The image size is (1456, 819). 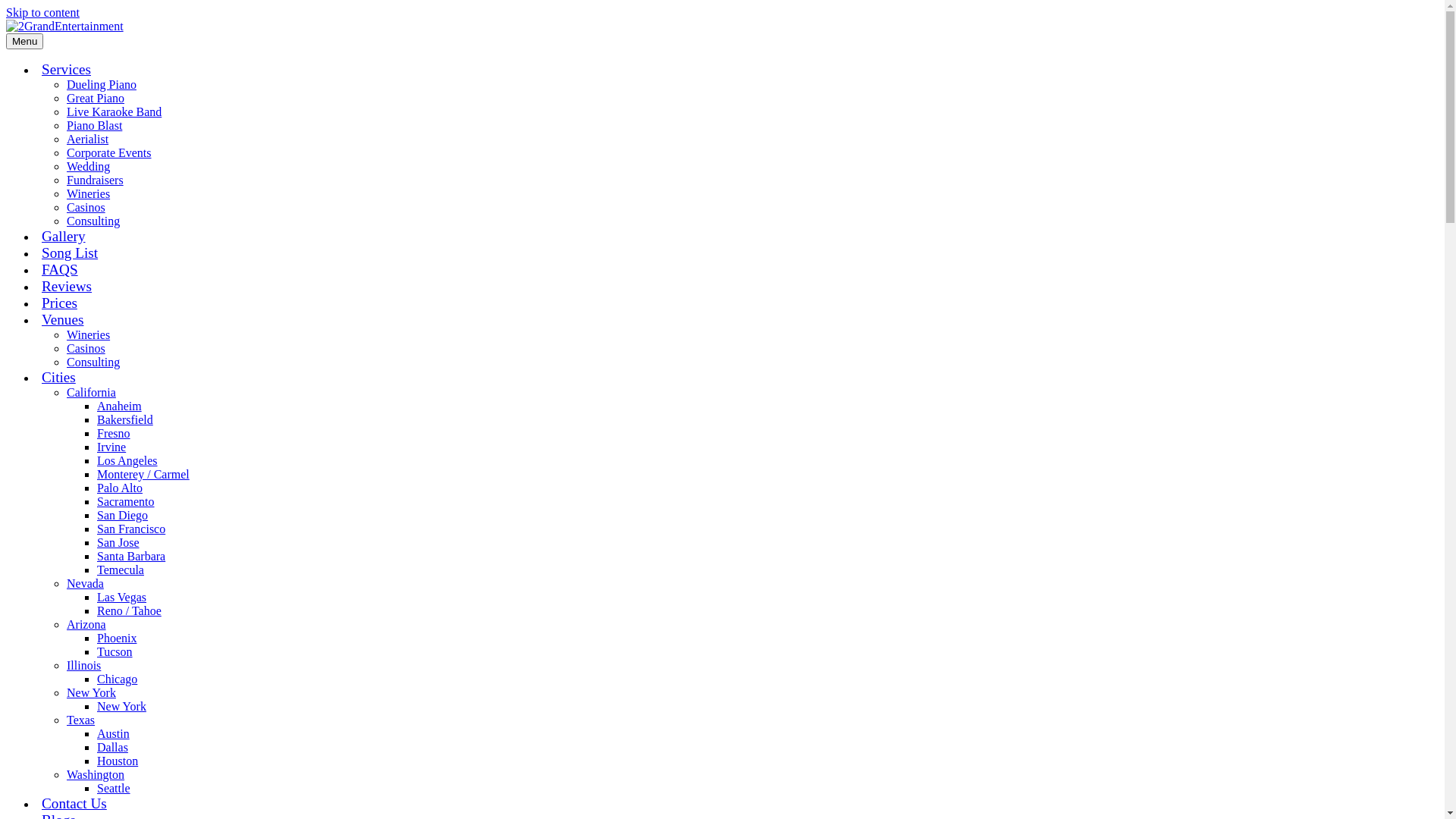 I want to click on 'Venues', so click(x=61, y=318).